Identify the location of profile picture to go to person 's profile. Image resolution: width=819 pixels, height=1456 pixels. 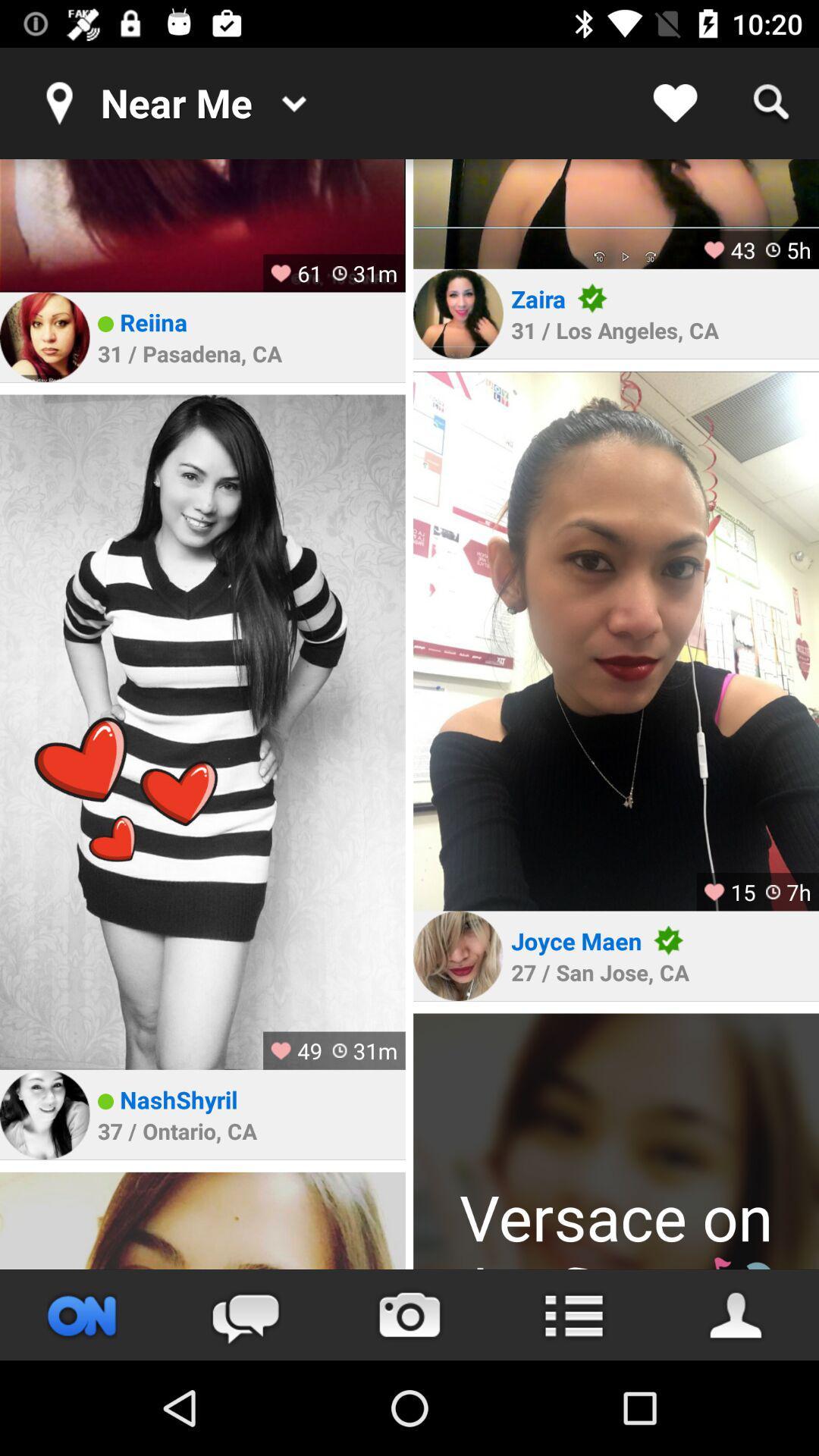
(616, 1141).